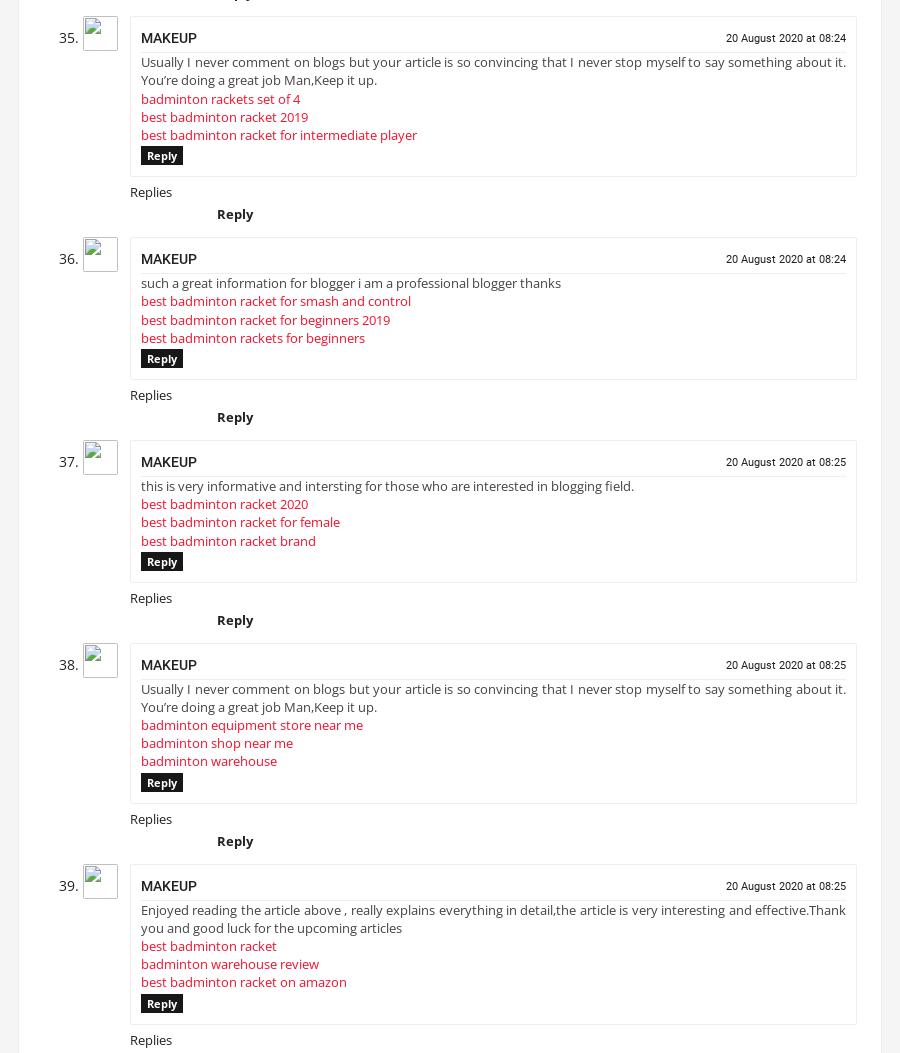 Image resolution: width=900 pixels, height=1053 pixels. What do you see at coordinates (251, 343) in the screenshot?
I see `'best badminton rackets for beginners'` at bounding box center [251, 343].